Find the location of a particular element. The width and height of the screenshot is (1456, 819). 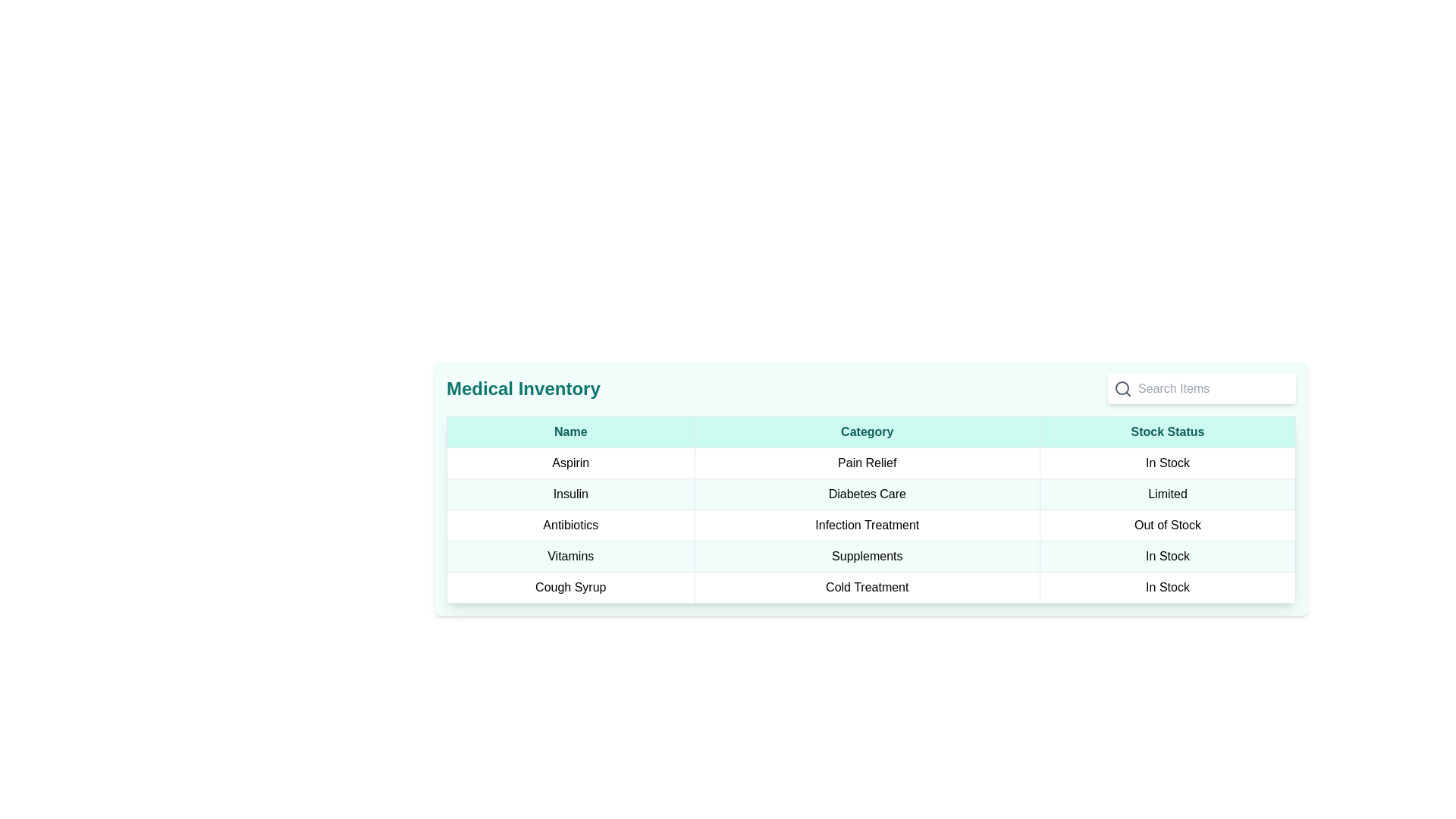

the 'Infection Treatment' text label in the 'Category' column of the 'Medical Inventory' table, which is centrally positioned between the 'Antibiotics' and 'Out of Stock' cells is located at coordinates (867, 525).